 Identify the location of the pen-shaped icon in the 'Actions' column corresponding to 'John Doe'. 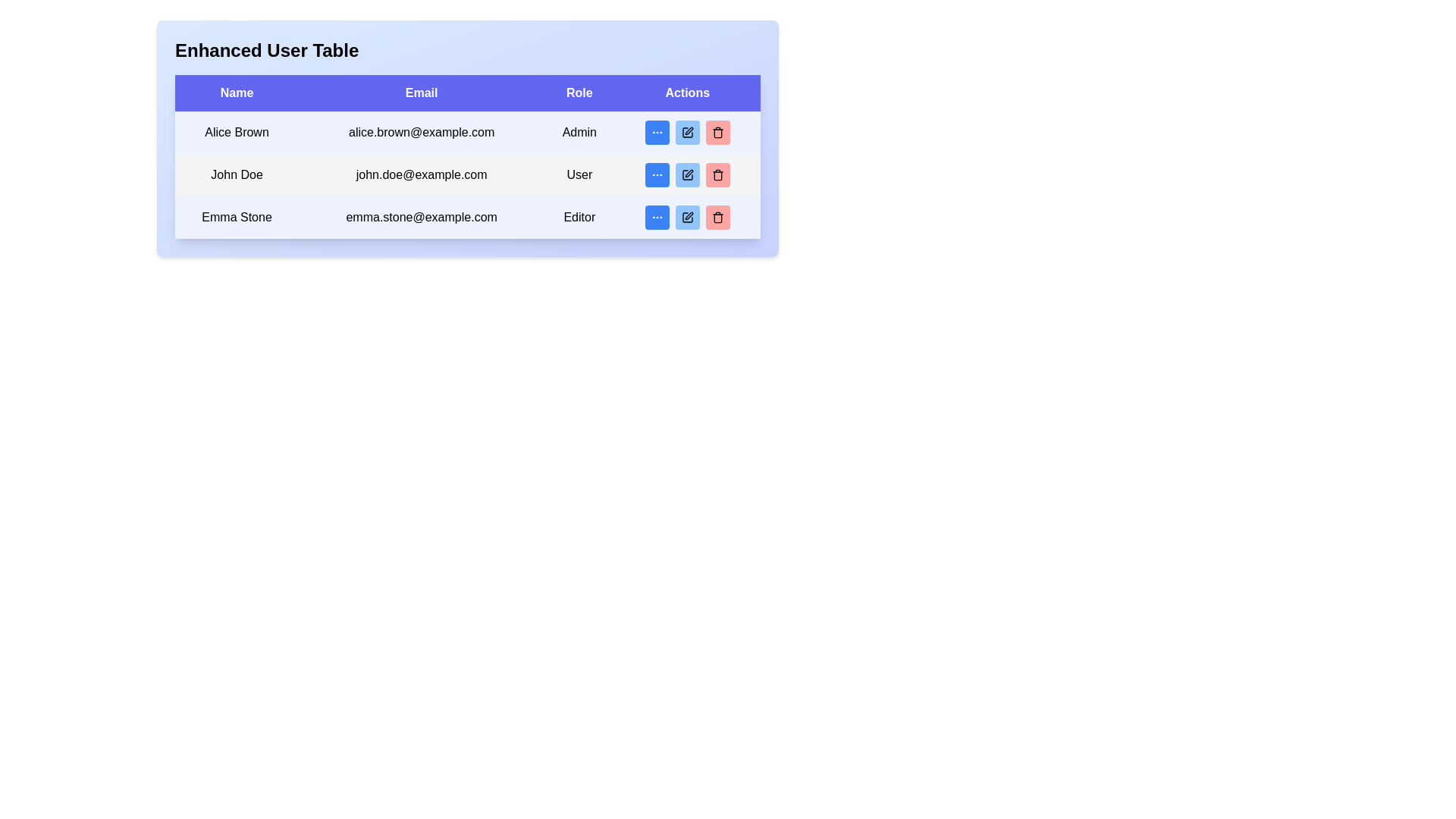
(688, 172).